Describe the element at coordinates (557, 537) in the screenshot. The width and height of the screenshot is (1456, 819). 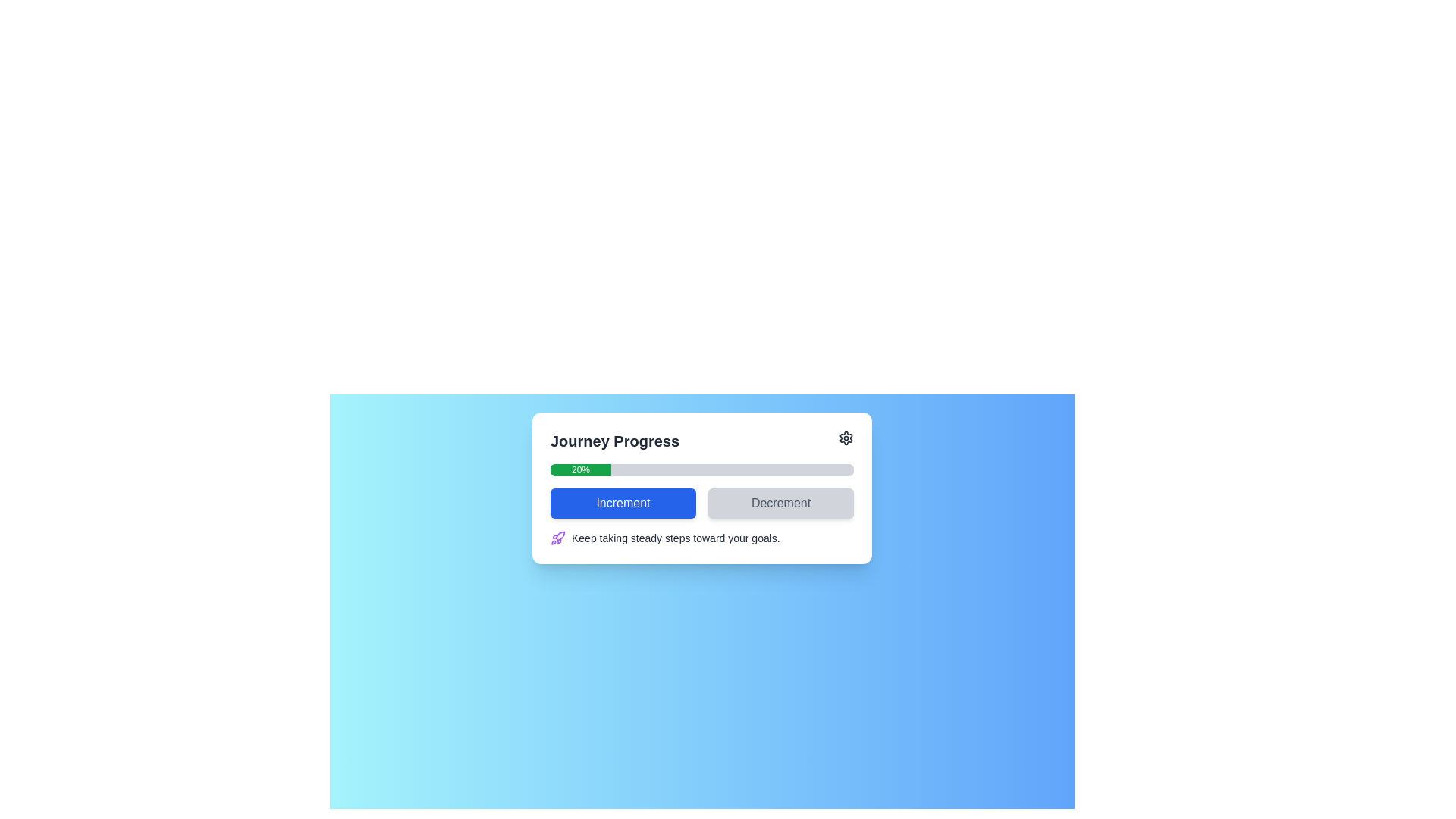
I see `the symbolic icon located to the far left of the text 'Keep taking steady steps toward your goals.'` at that location.